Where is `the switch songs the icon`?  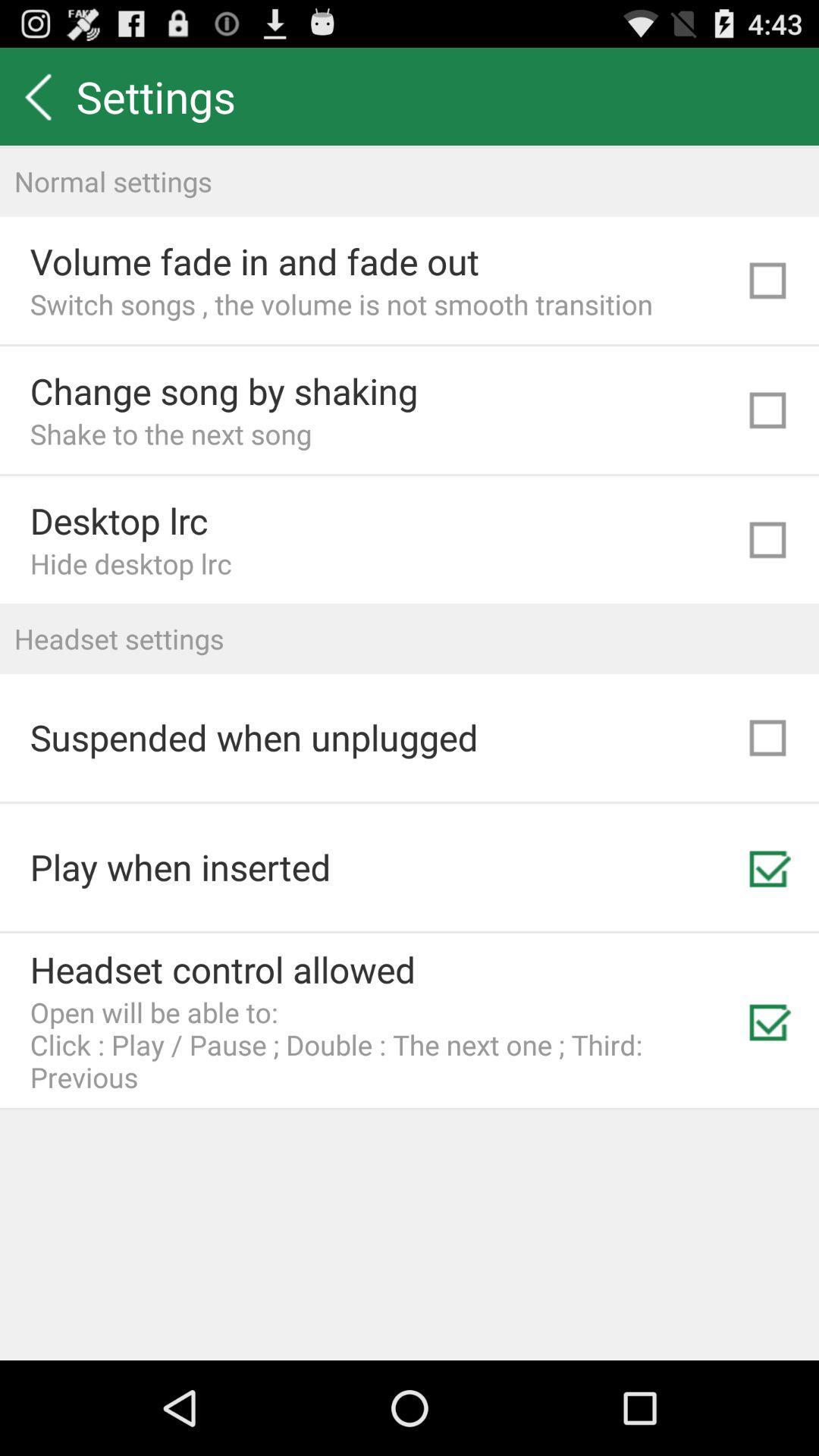 the switch songs the icon is located at coordinates (341, 303).